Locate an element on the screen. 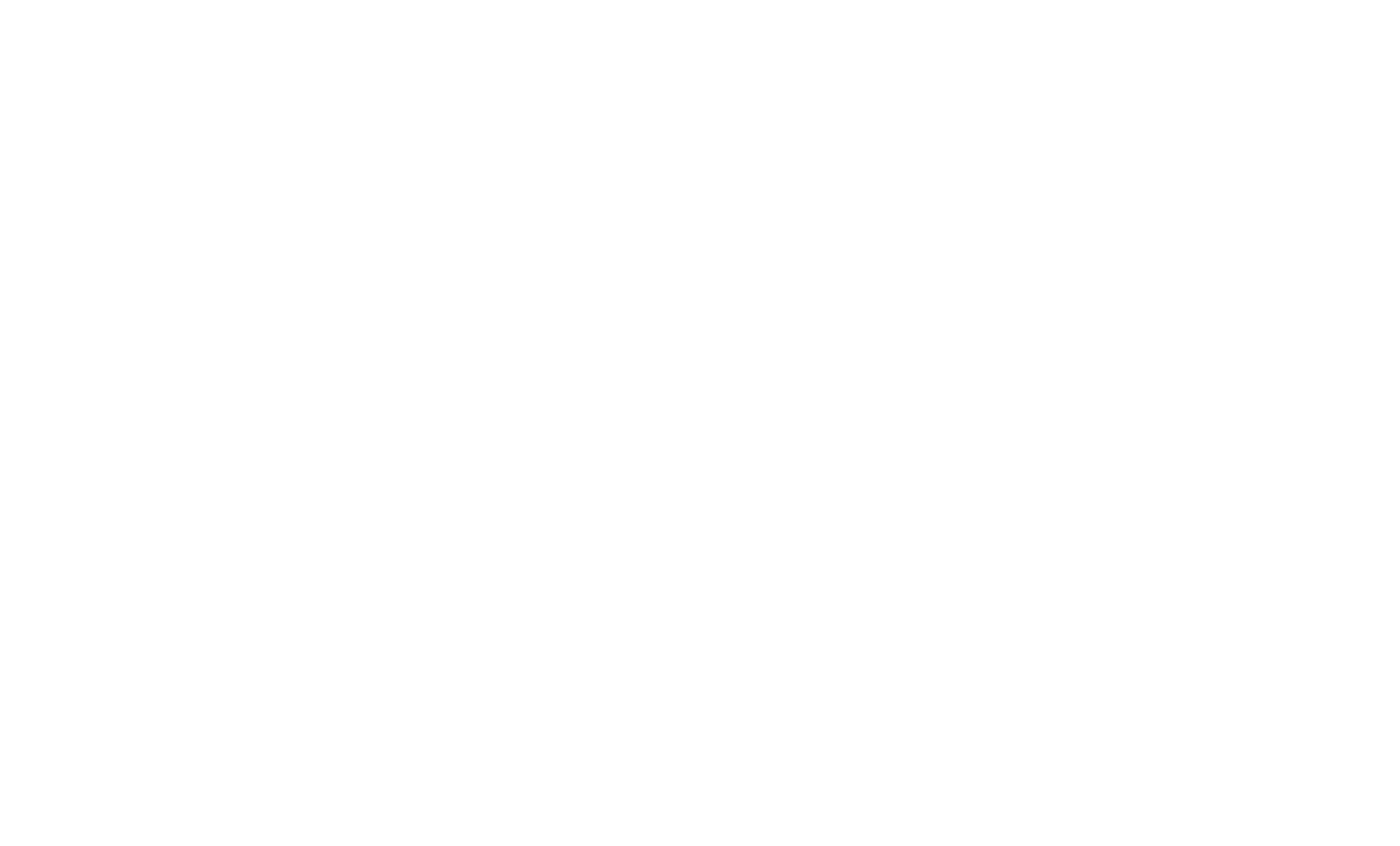 This screenshot has width=1400, height=846. 'iPhone 4s' is located at coordinates (1079, 245).